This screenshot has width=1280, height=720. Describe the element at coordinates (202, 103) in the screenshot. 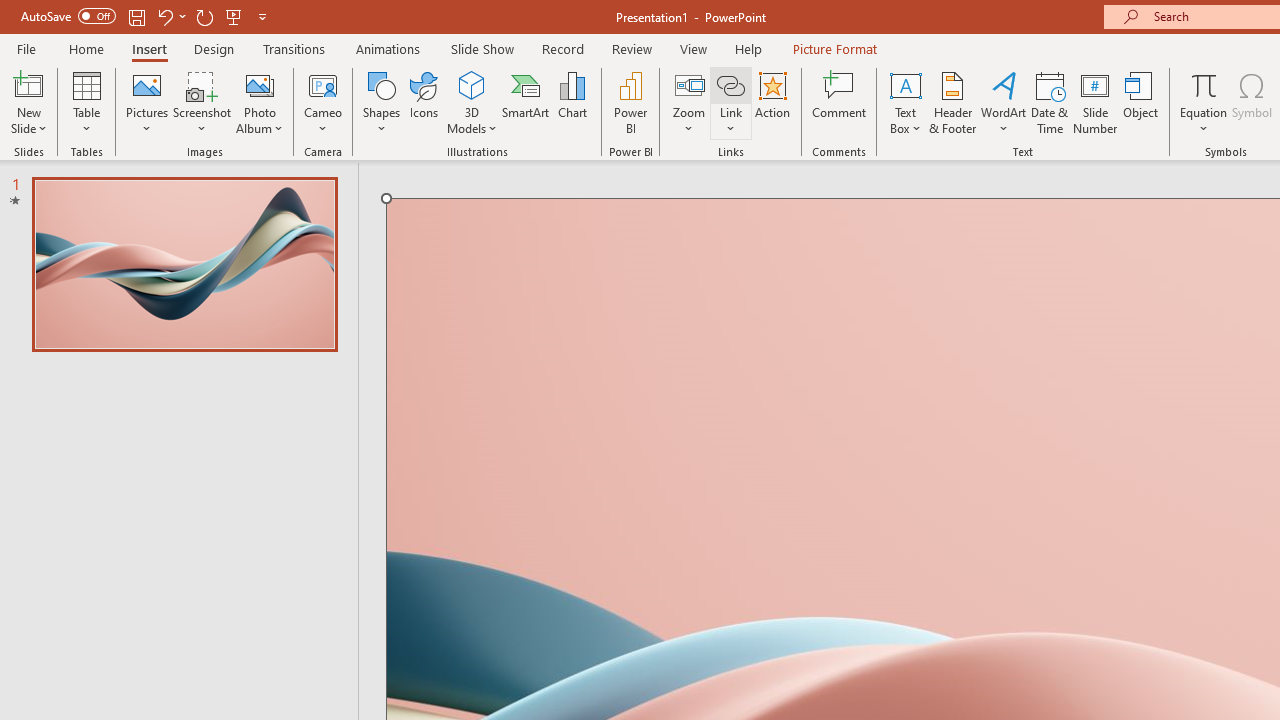

I see `'Screenshot'` at that location.